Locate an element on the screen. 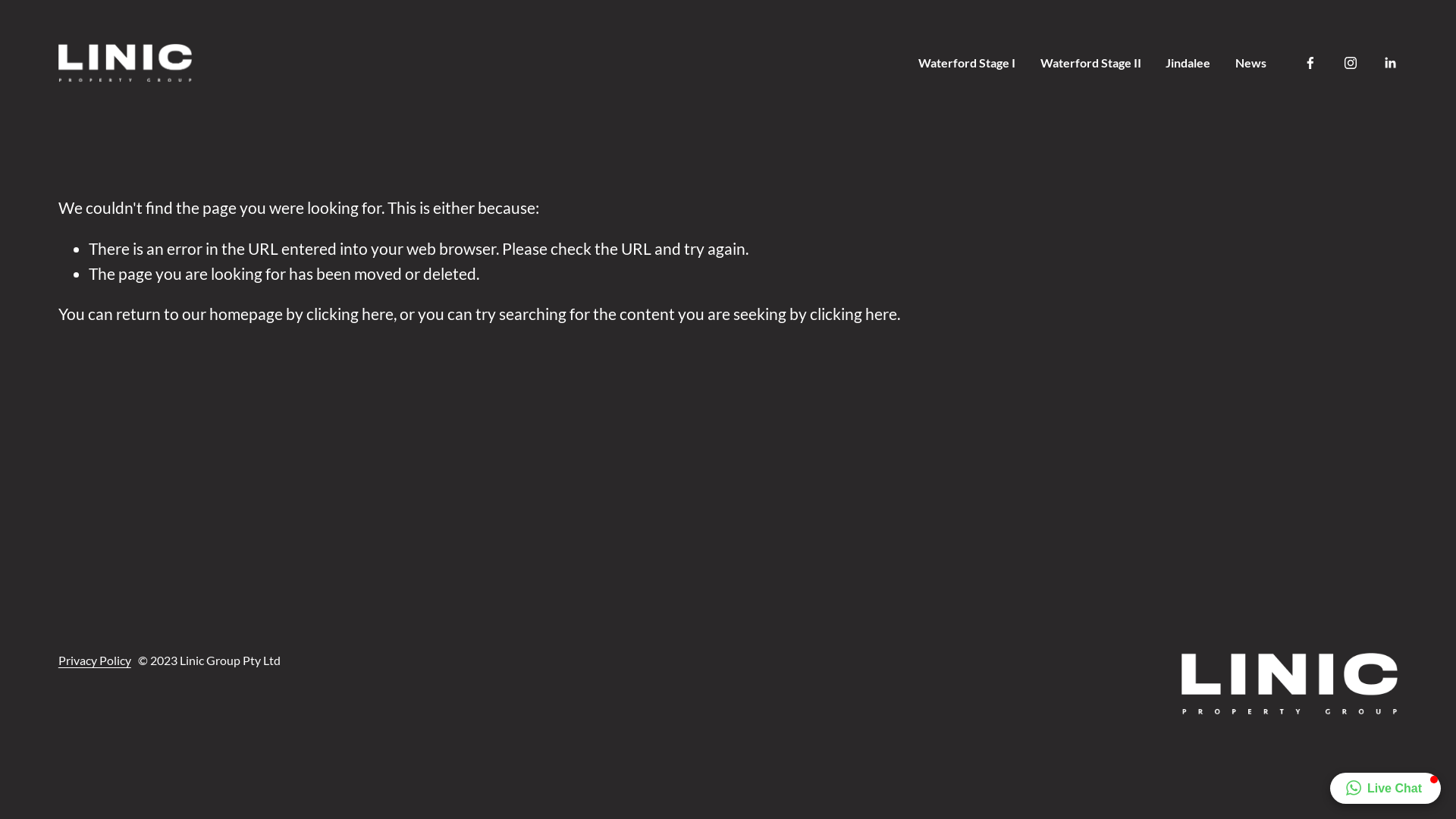  'News' is located at coordinates (1250, 61).